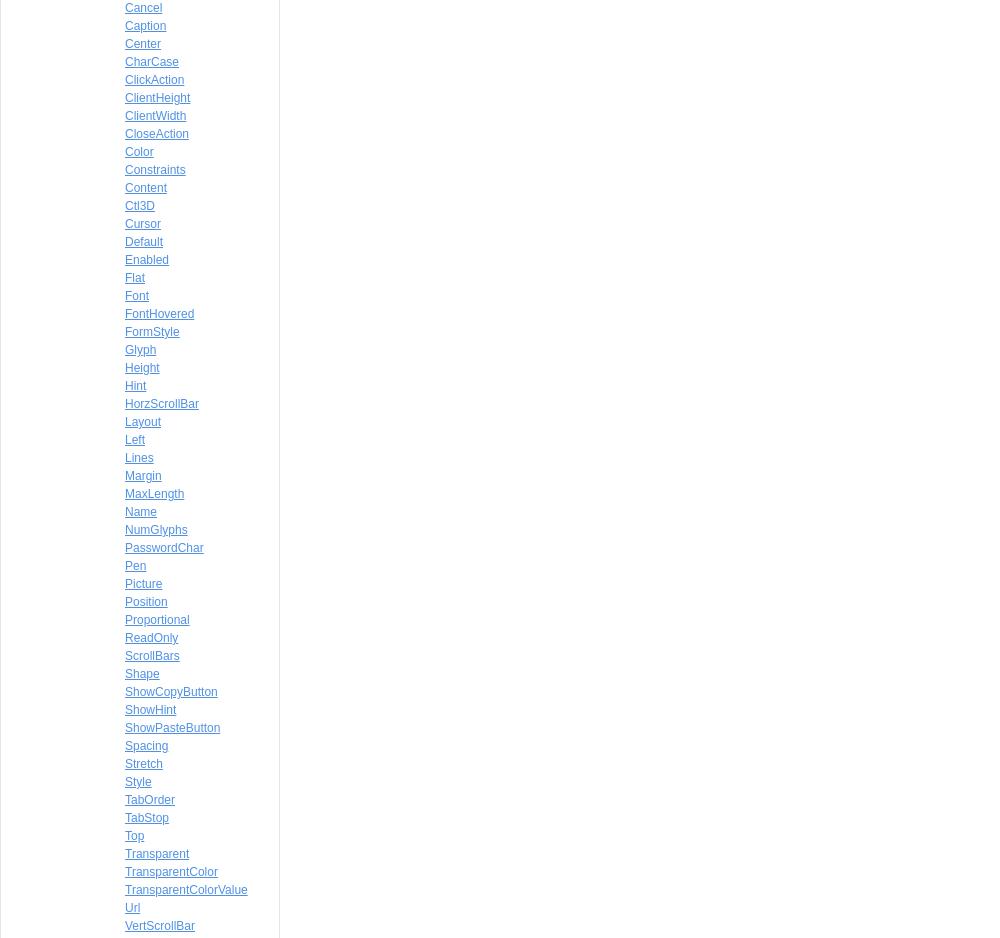 The width and height of the screenshot is (1000, 938). I want to click on 'Proportional', so click(157, 620).